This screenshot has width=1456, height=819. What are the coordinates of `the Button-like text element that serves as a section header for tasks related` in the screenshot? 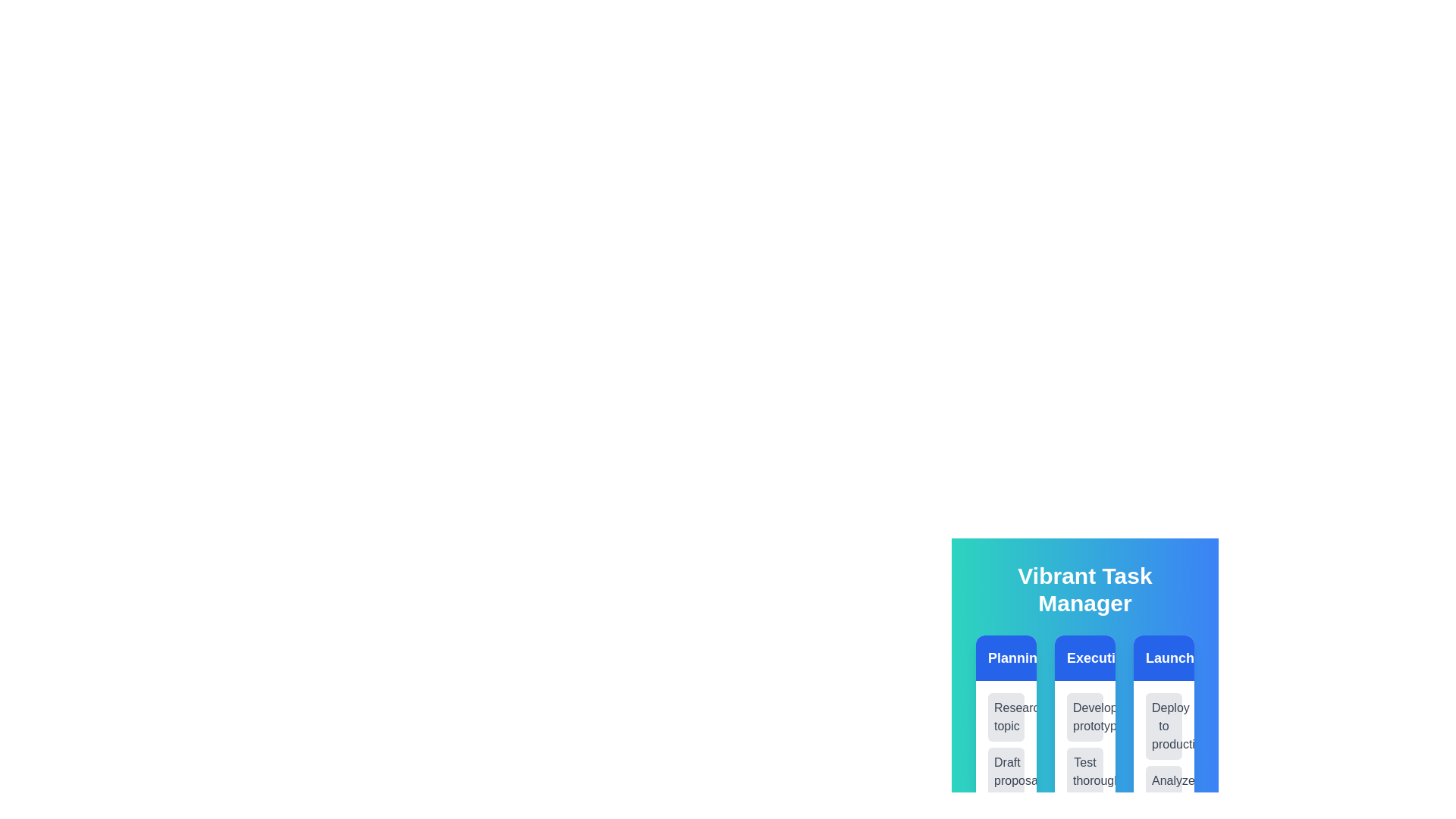 It's located at (1163, 657).